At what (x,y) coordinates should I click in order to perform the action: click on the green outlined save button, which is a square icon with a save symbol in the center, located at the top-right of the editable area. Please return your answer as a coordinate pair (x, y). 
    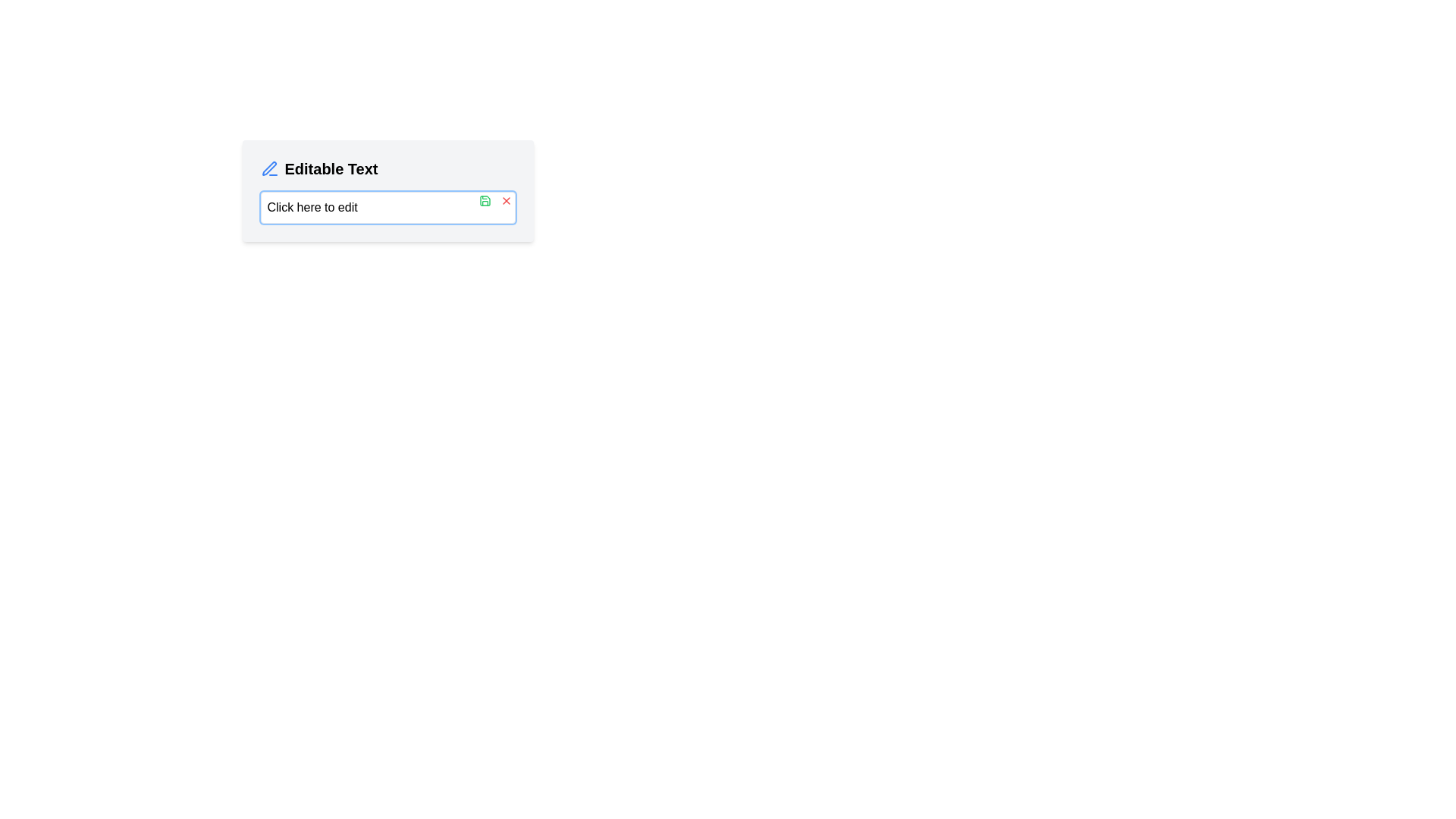
    Looking at the image, I should click on (484, 200).